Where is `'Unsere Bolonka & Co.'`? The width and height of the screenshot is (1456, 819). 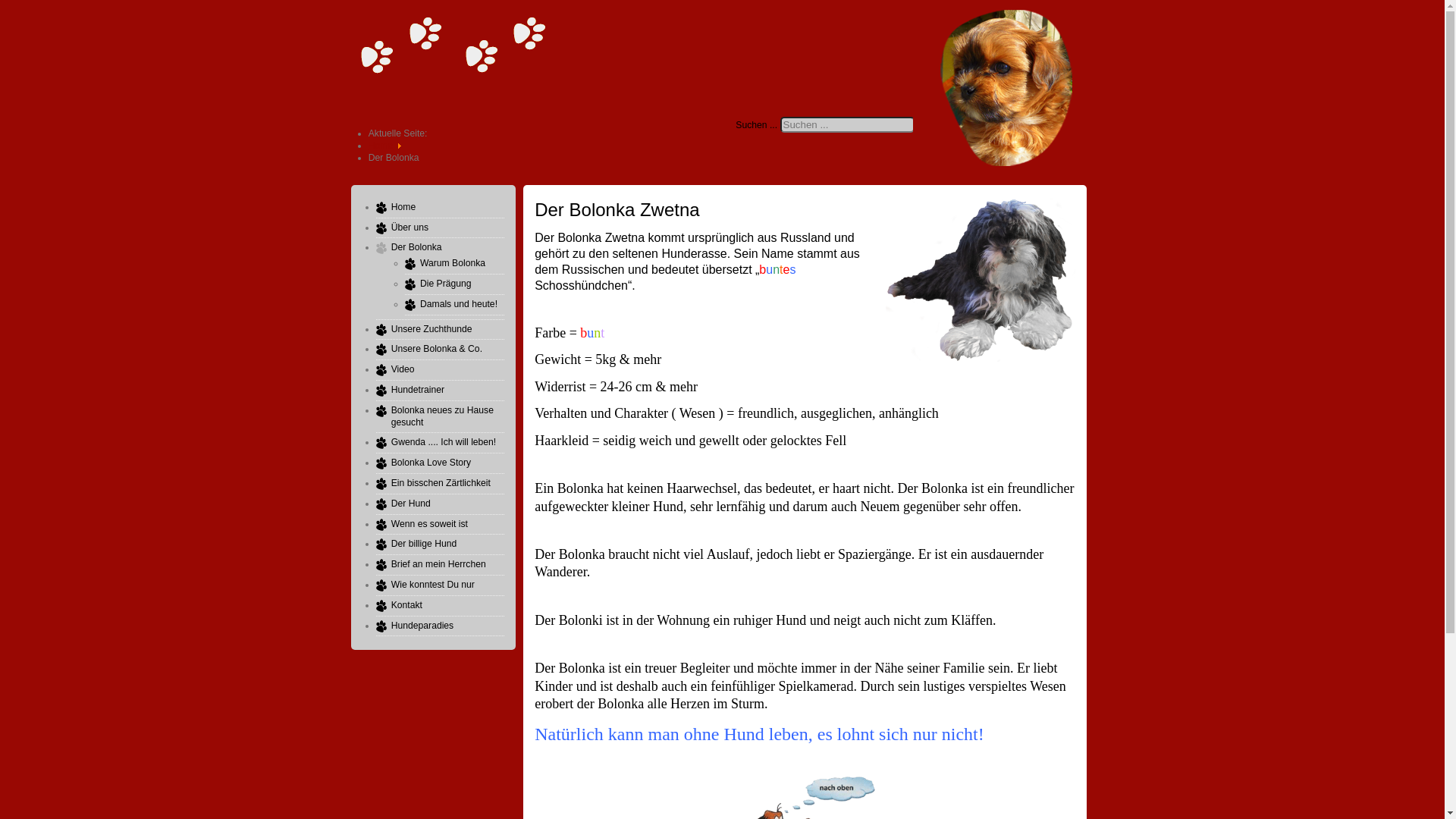
'Unsere Bolonka & Co.' is located at coordinates (436, 348).